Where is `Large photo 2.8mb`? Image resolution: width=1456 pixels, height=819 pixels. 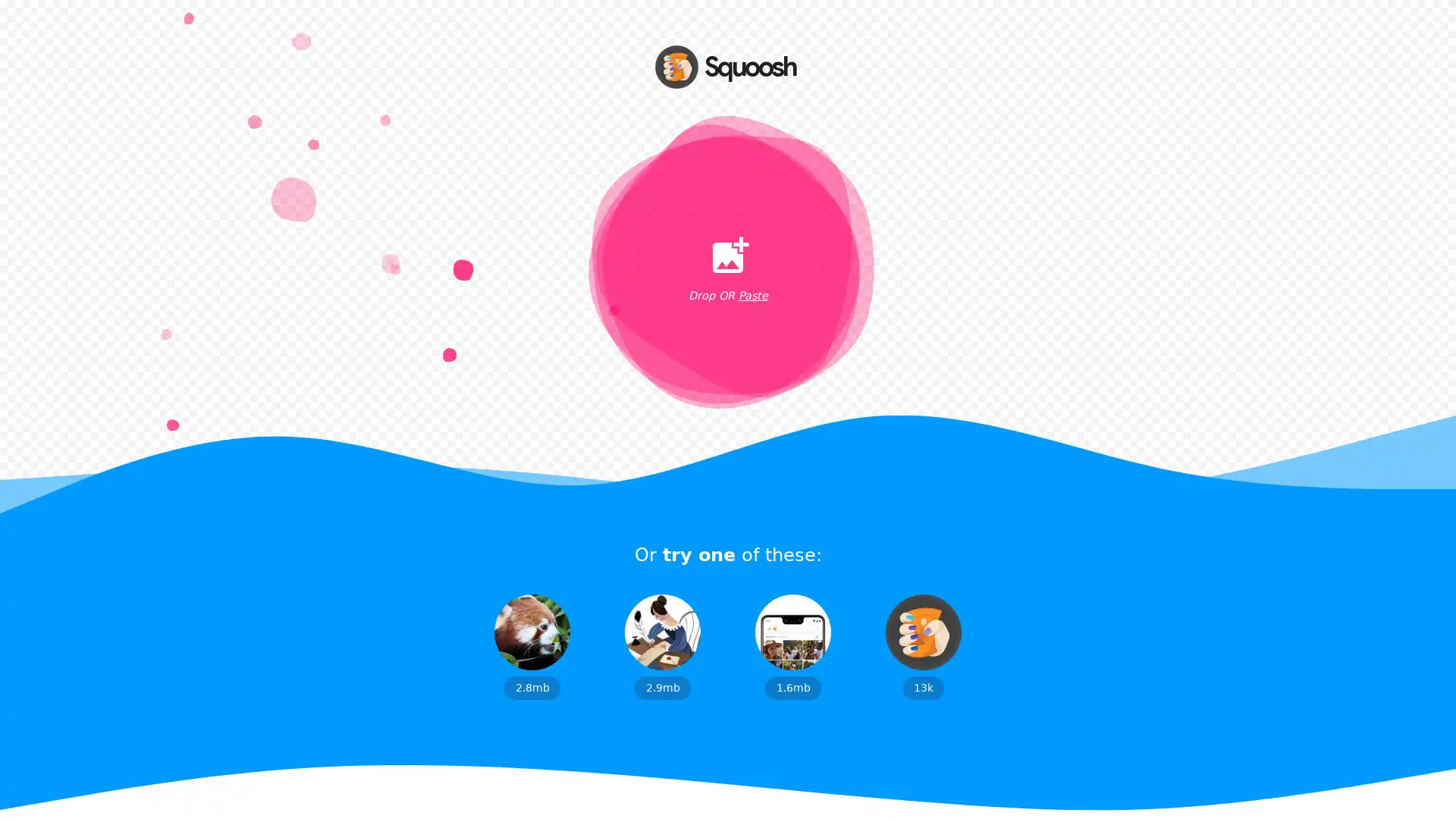
Large photo 2.8mb is located at coordinates (532, 646).